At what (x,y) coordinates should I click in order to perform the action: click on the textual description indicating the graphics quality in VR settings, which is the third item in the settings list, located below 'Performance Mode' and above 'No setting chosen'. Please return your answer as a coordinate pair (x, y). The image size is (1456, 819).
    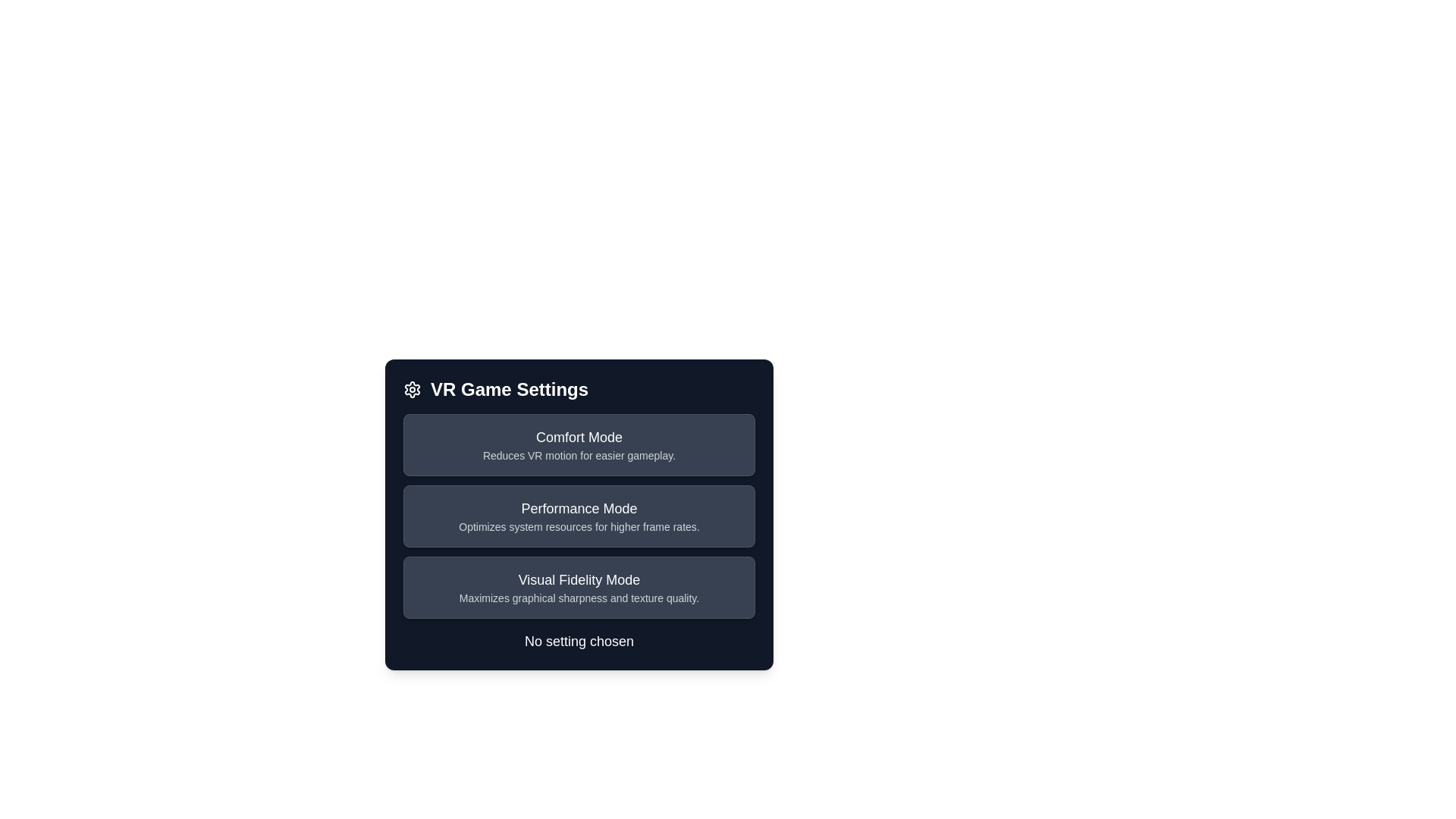
    Looking at the image, I should click on (578, 587).